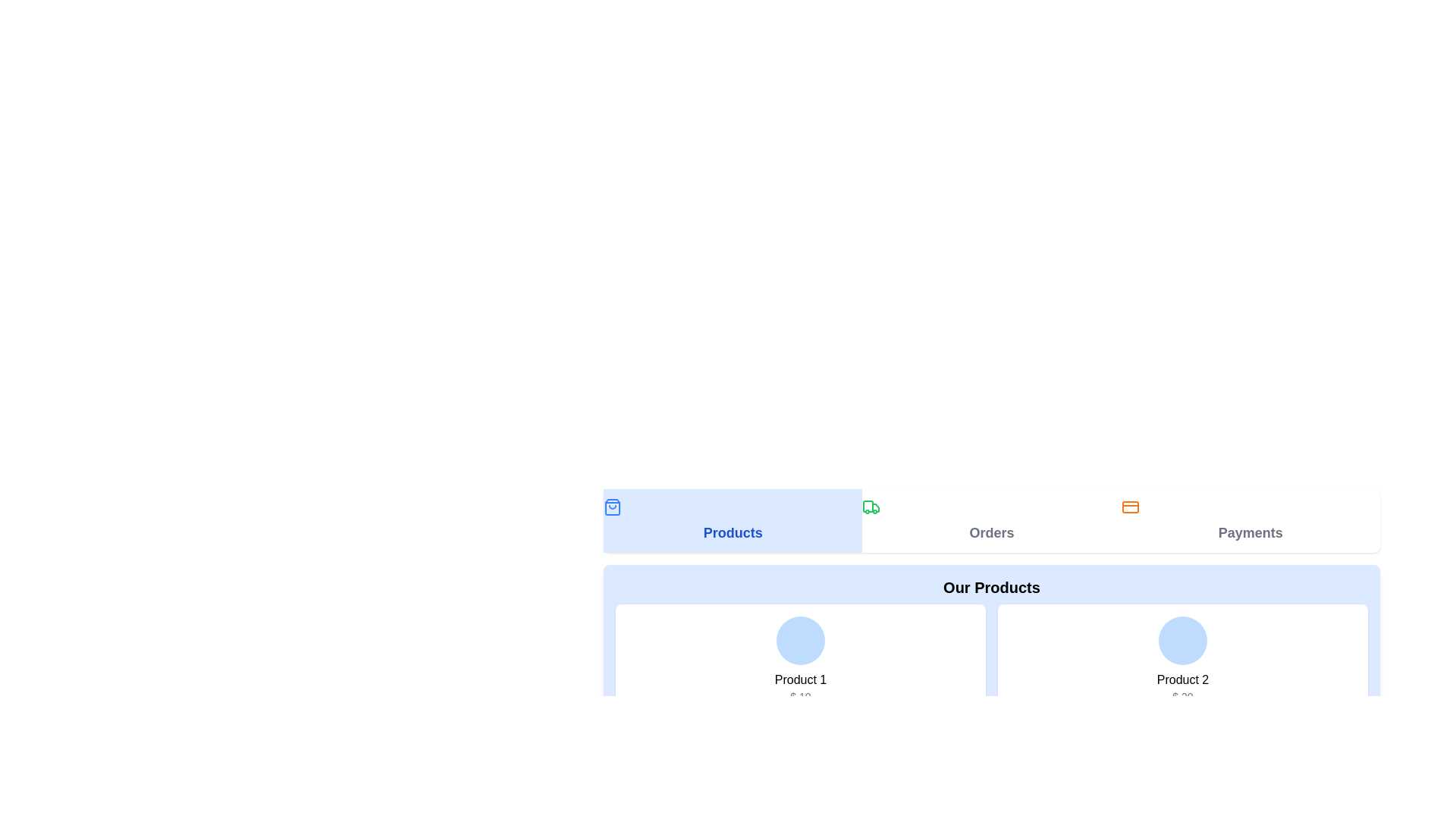  Describe the element at coordinates (871, 507) in the screenshot. I see `the green truck icon located in the 'Orders' section, which symbolizes the ordering feature of the application` at that location.